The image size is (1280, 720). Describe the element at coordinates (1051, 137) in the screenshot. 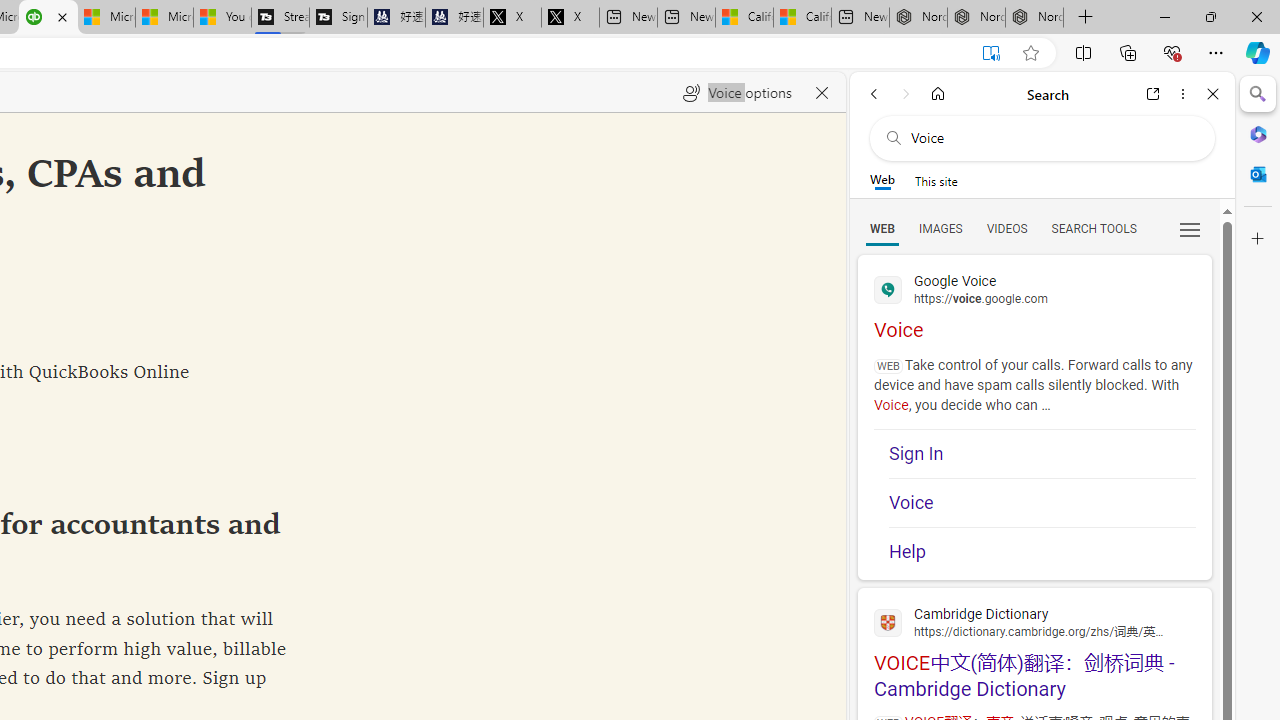

I see `'Search the web'` at that location.